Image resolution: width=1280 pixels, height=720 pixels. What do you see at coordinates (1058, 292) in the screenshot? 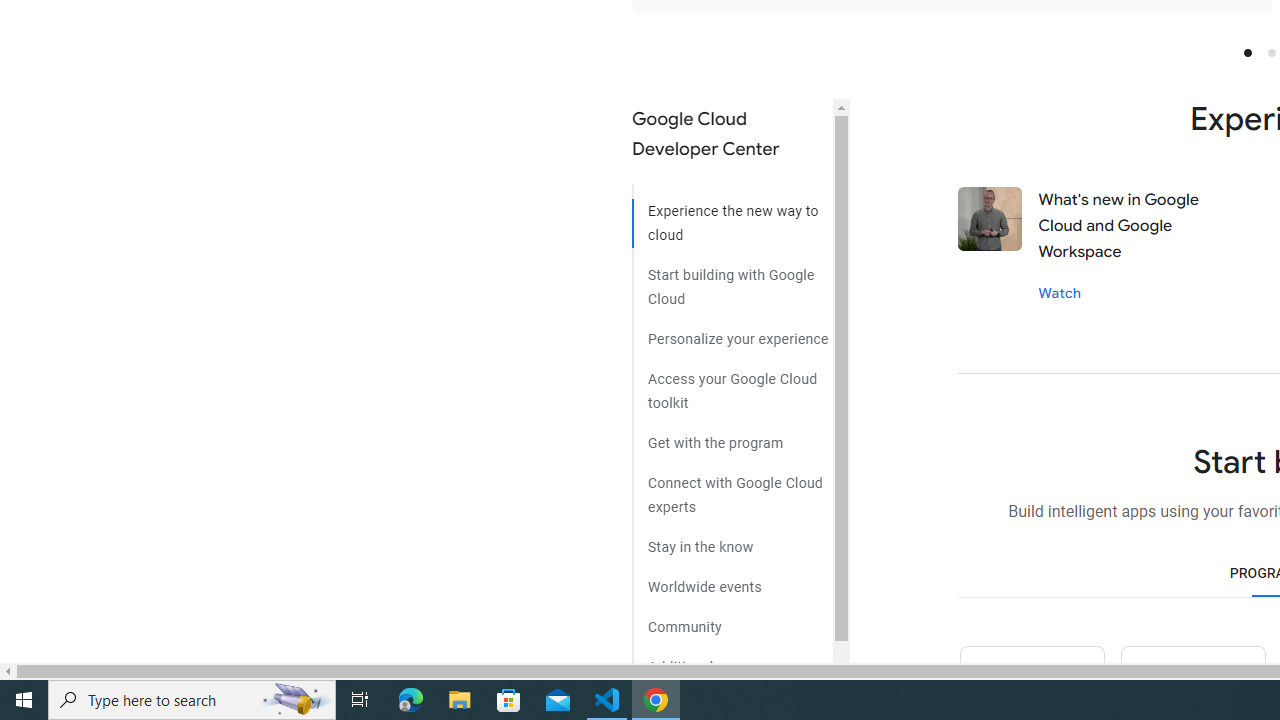
I see `'Watch'` at bounding box center [1058, 292].